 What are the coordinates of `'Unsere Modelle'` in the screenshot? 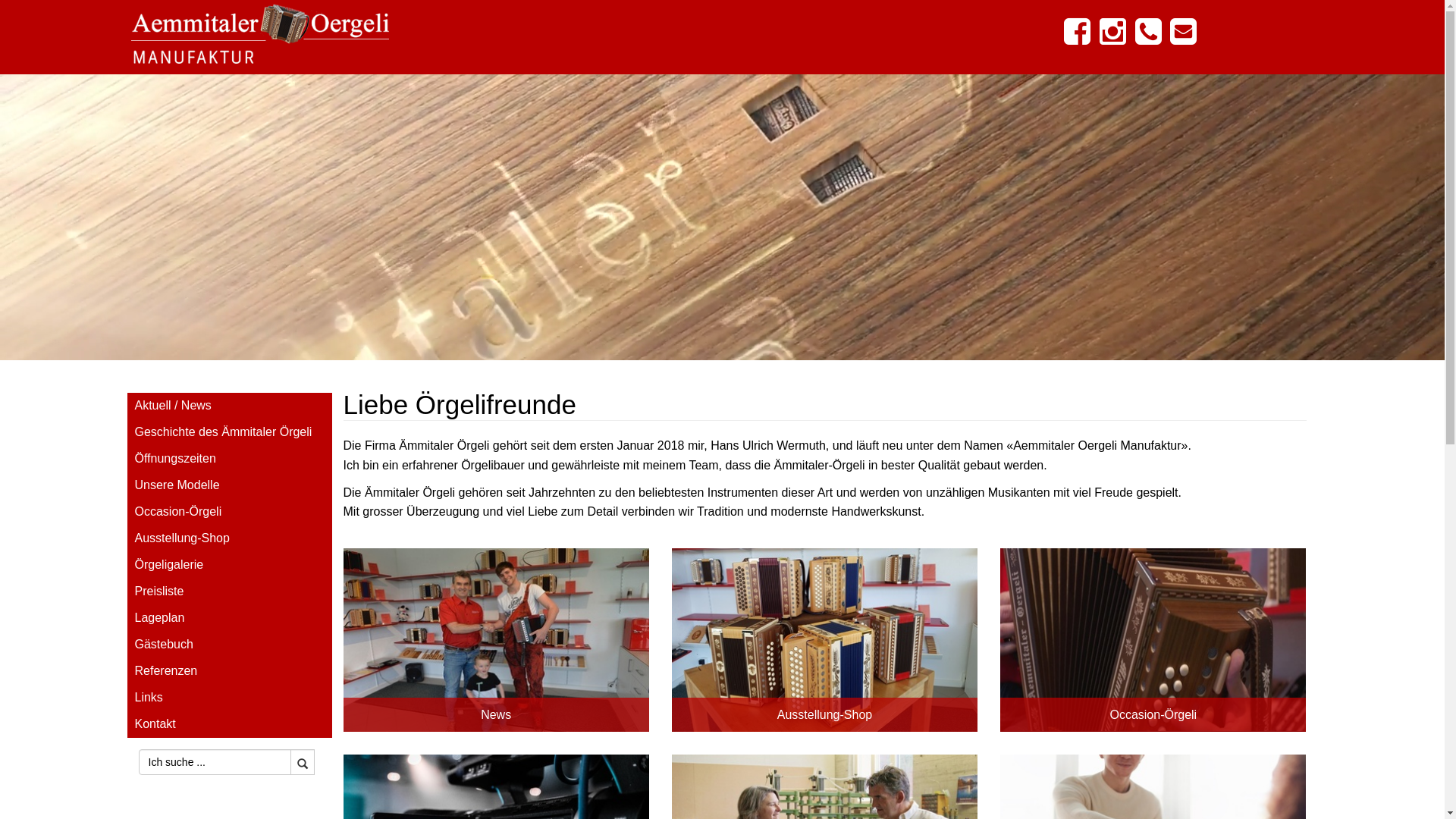 It's located at (228, 485).